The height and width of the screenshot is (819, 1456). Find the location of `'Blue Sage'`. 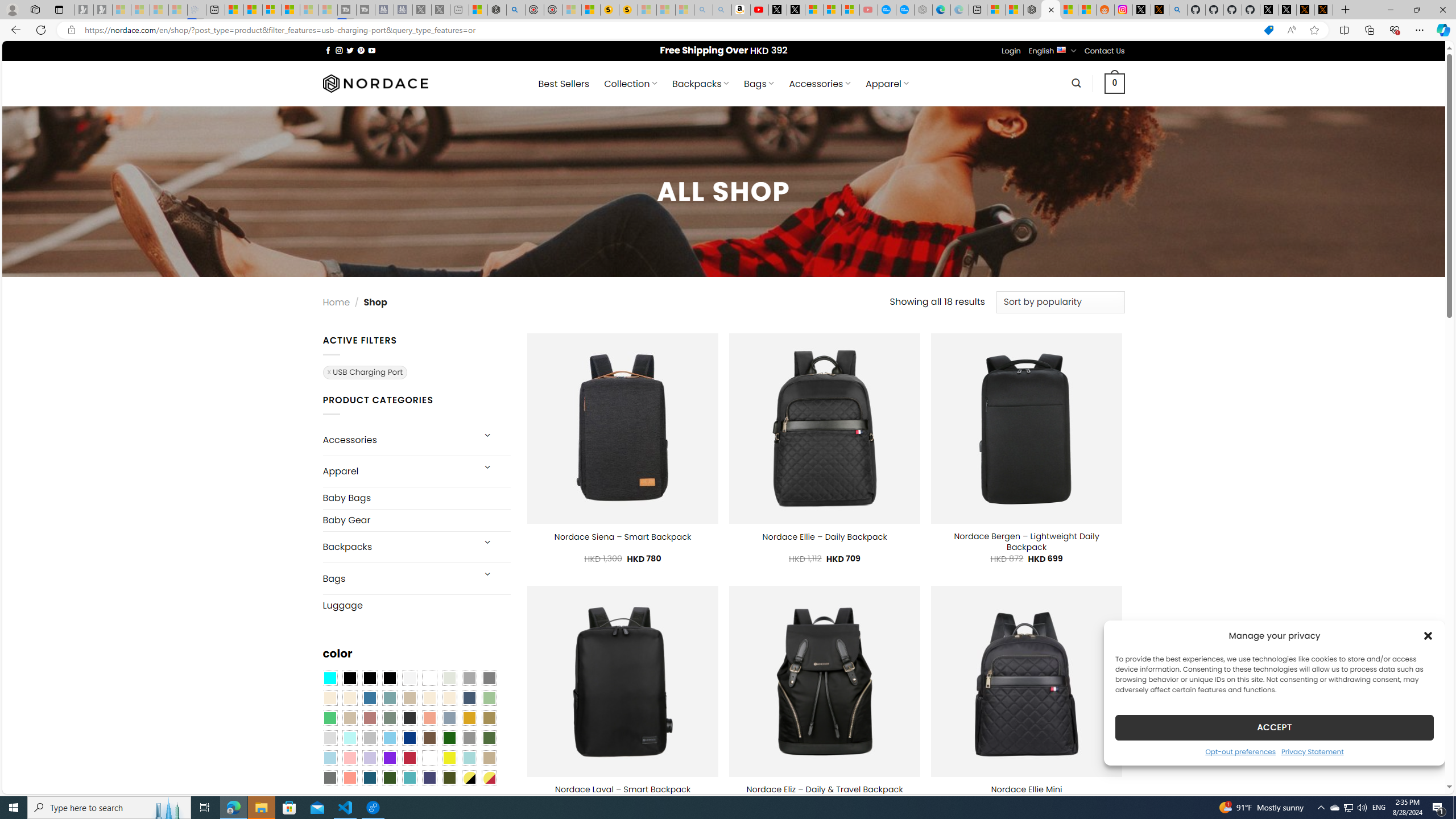

'Blue Sage' is located at coordinates (389, 698).